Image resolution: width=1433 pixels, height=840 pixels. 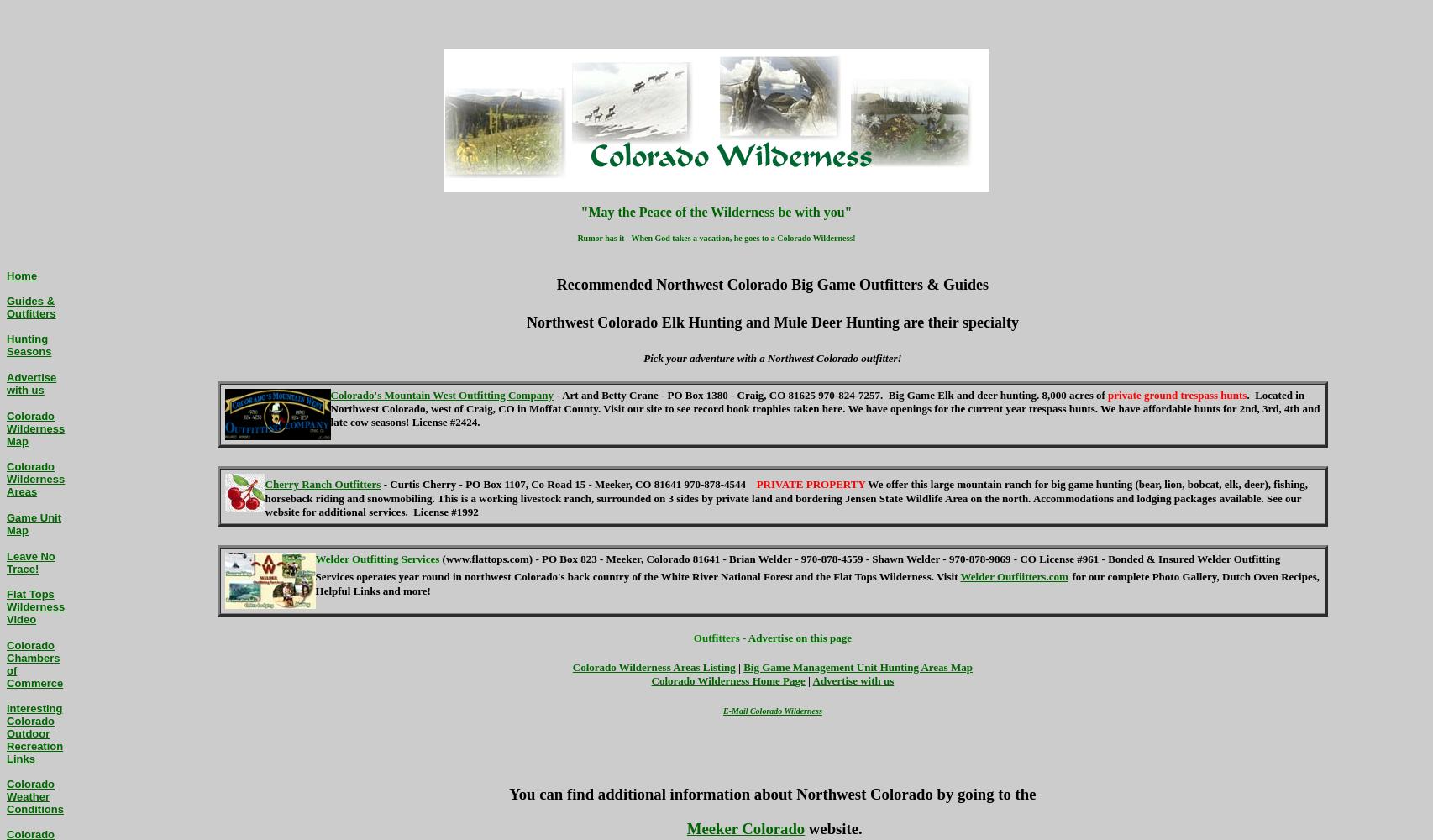 What do you see at coordinates (7, 606) in the screenshot?
I see `'Flat Tops Wilderness Video'` at bounding box center [7, 606].